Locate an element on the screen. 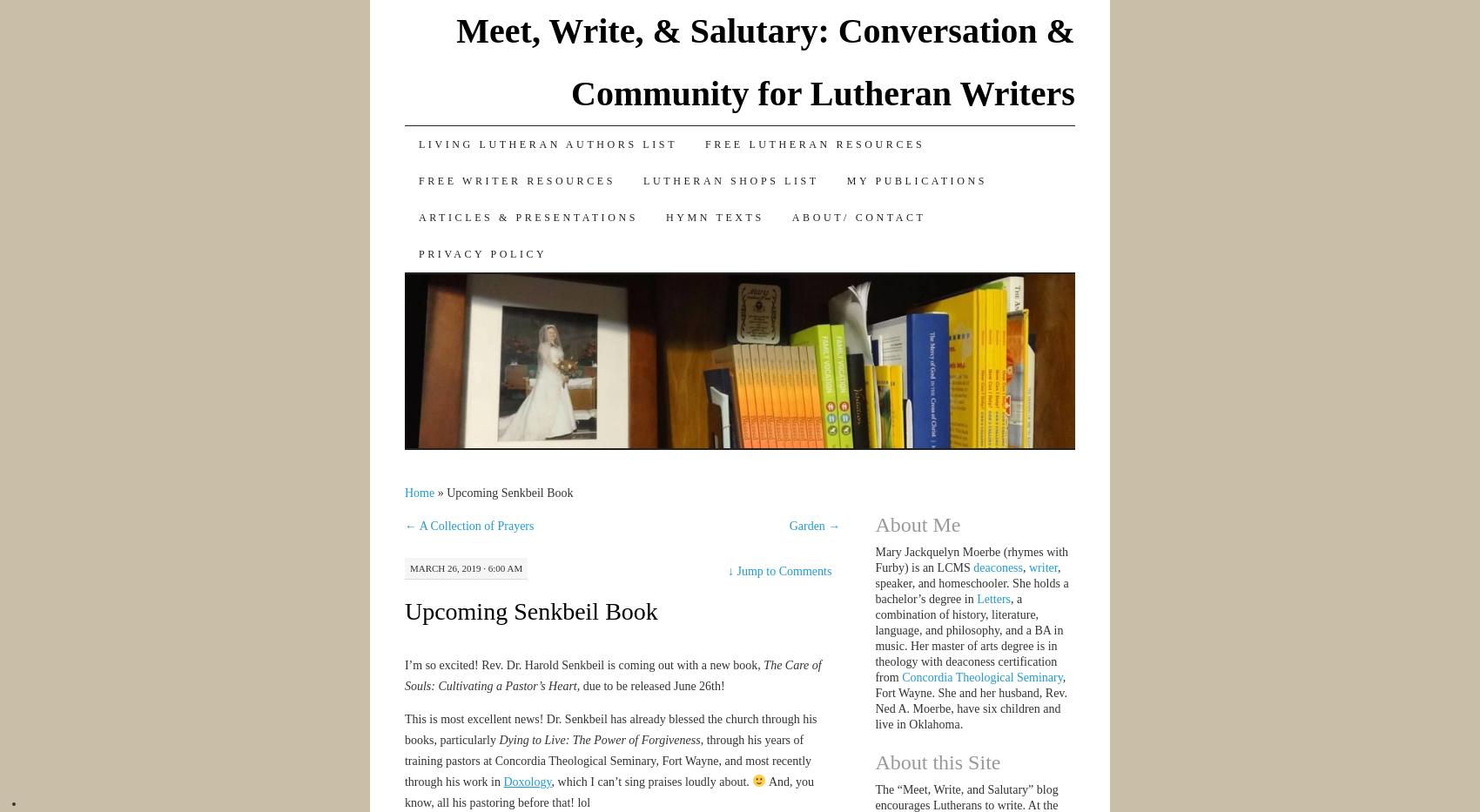  'And, you know, all his pastoring before that! lol' is located at coordinates (609, 791).